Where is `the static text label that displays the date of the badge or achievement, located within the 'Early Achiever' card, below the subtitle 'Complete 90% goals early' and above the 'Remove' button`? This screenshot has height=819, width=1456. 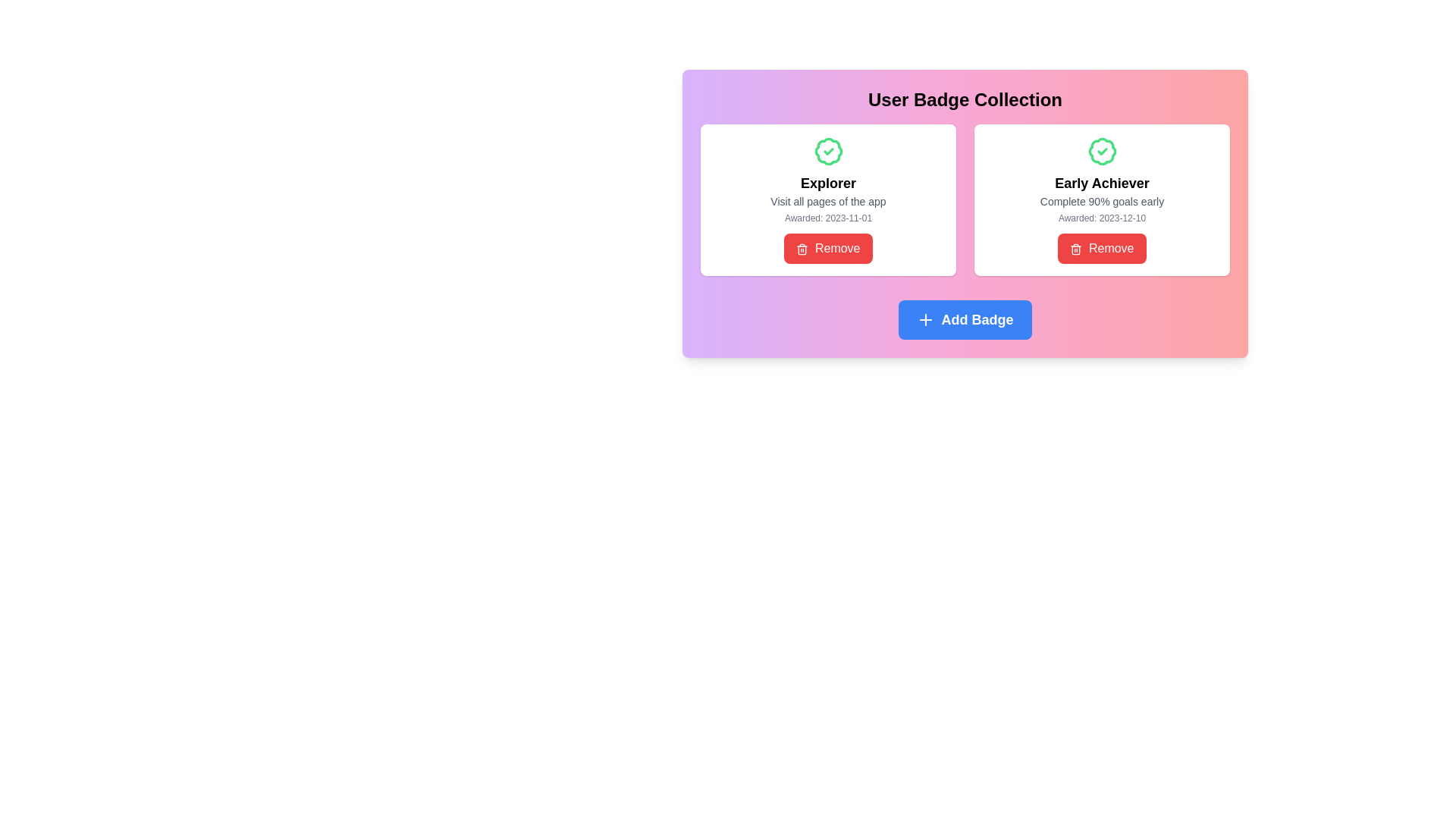
the static text label that displays the date of the badge or achievement, located within the 'Early Achiever' card, below the subtitle 'Complete 90% goals early' and above the 'Remove' button is located at coordinates (1102, 218).